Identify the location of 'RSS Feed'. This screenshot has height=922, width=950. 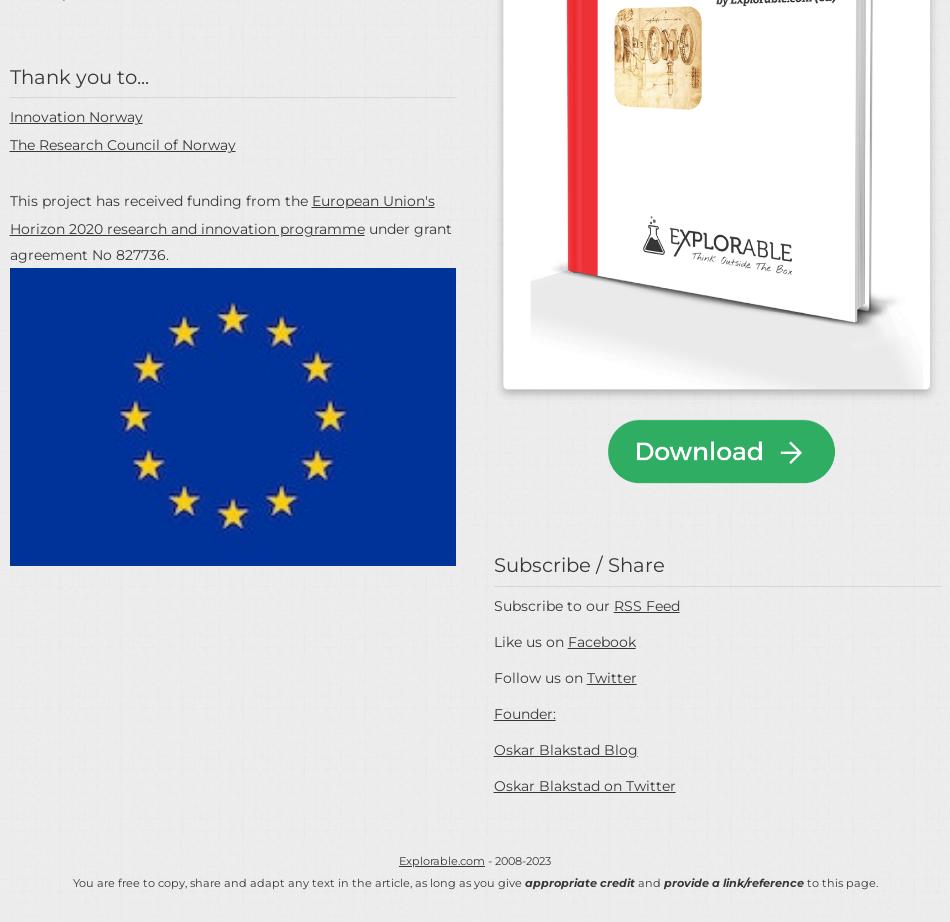
(646, 605).